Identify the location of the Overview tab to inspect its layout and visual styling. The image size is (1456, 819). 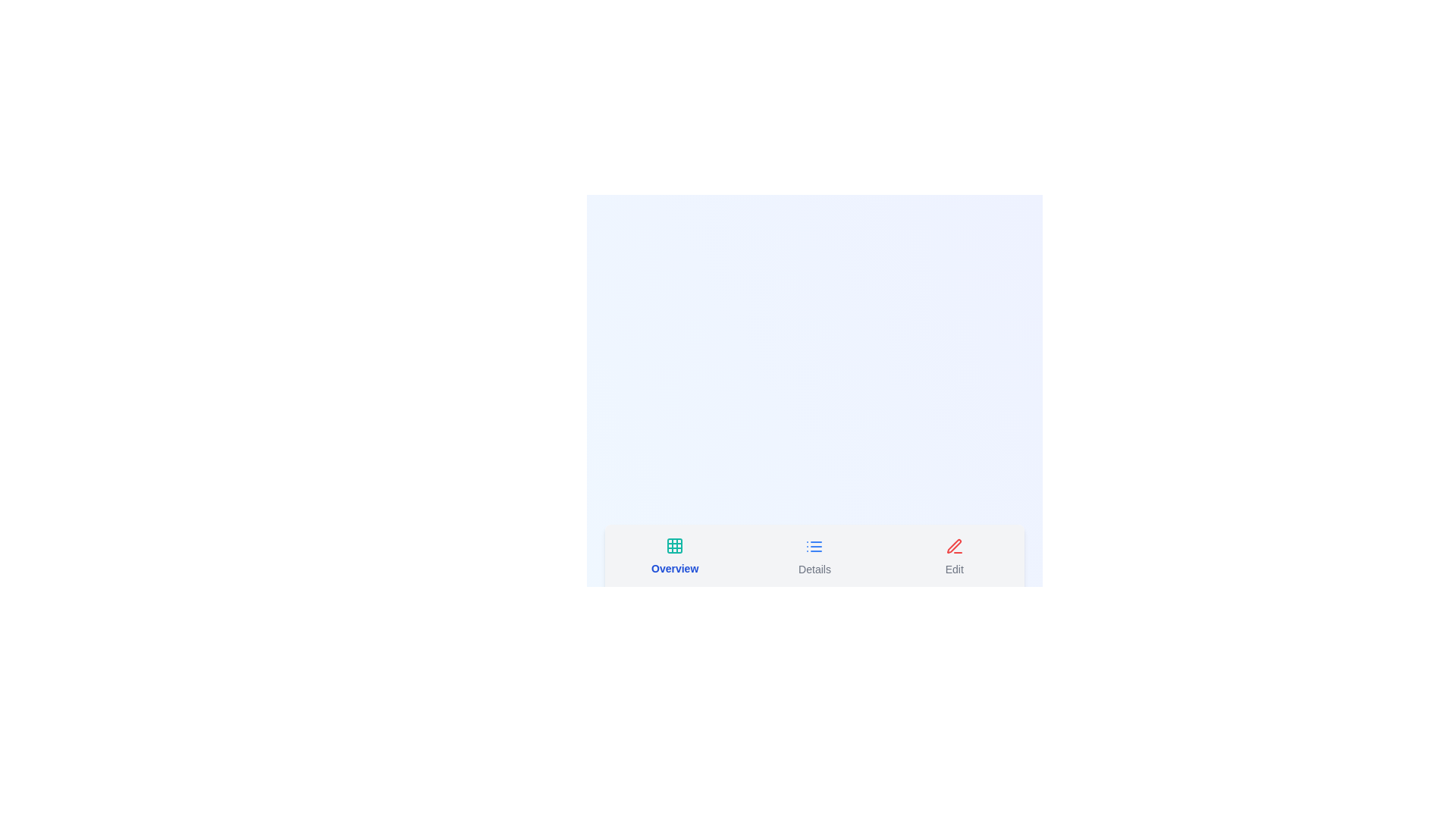
(673, 557).